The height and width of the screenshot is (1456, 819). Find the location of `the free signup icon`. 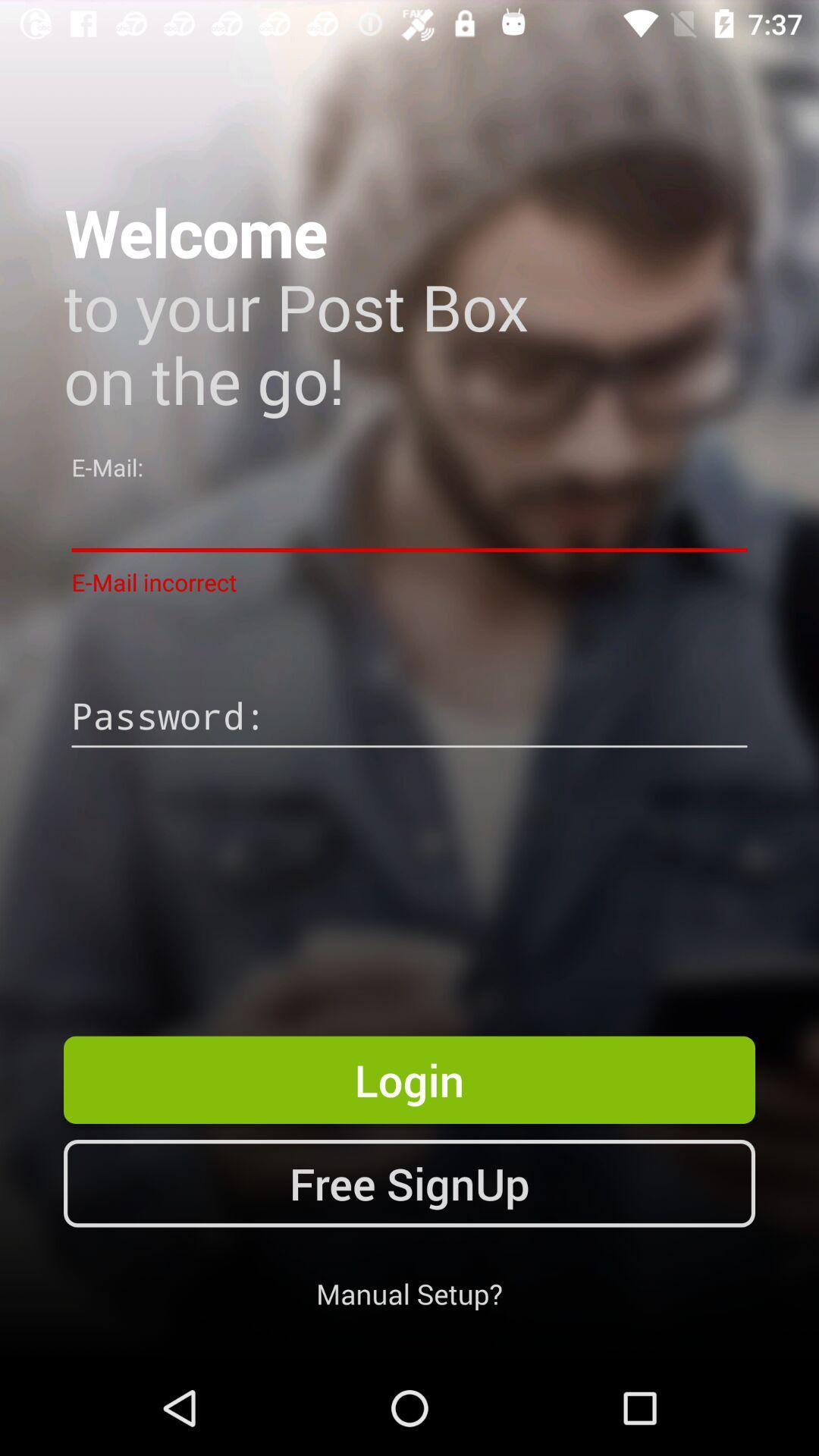

the free signup icon is located at coordinates (409, 1182).